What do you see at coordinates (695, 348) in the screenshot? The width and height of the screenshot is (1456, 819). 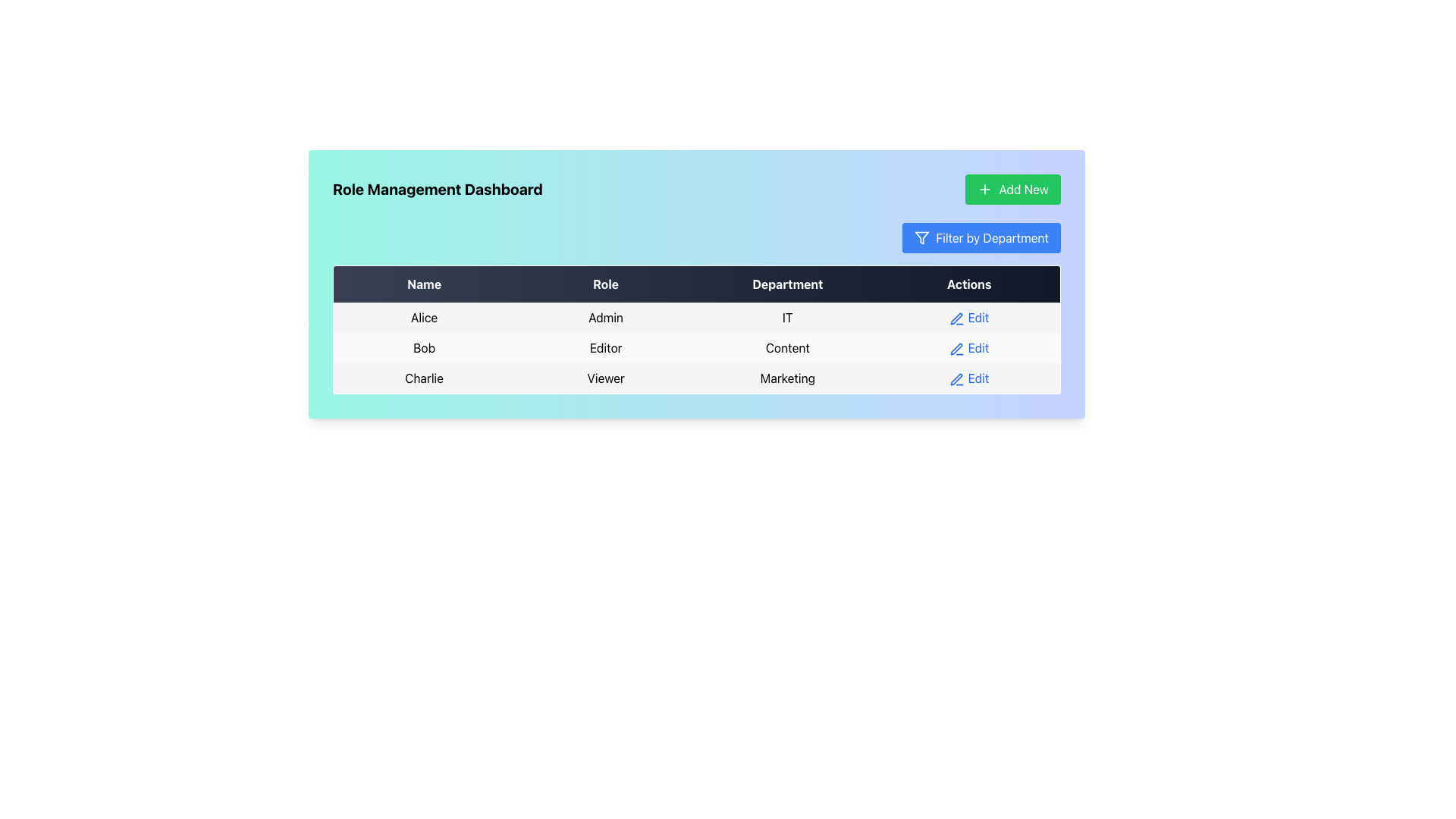 I see `the second table row displaying information about 'Bob'` at bounding box center [695, 348].